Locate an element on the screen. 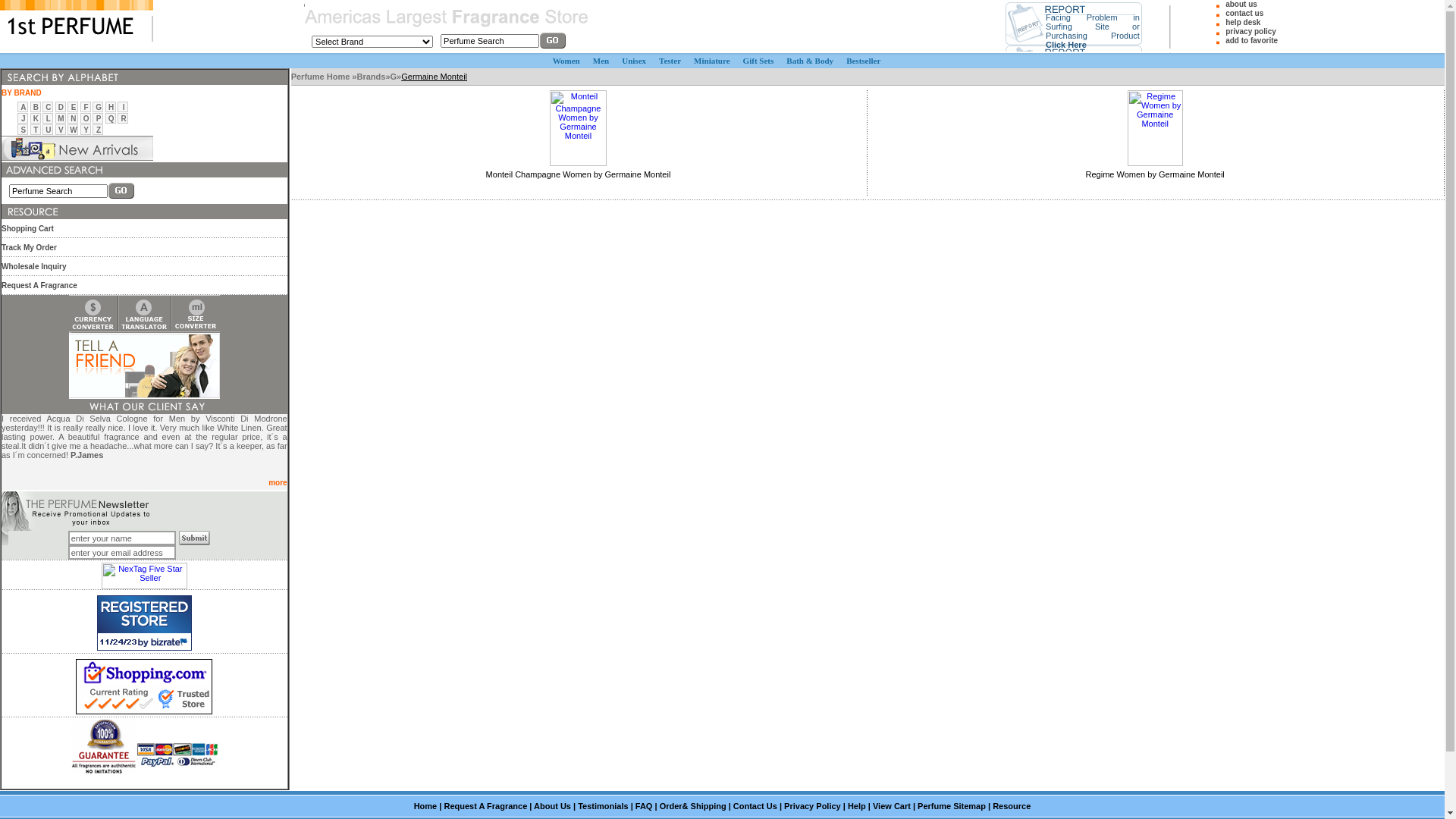 The image size is (1456, 819). 'Request A Fragrance' is located at coordinates (39, 284).